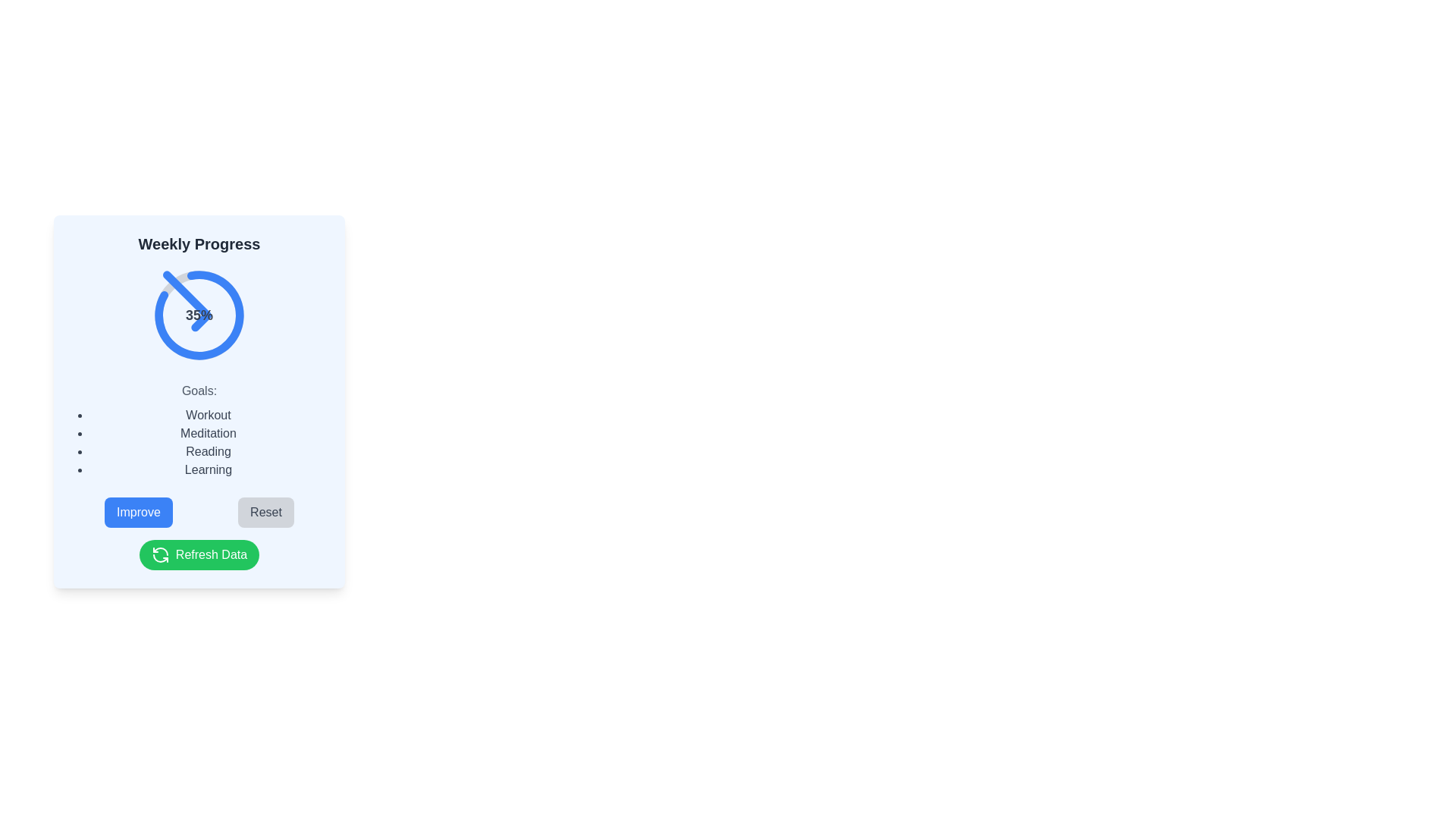  Describe the element at coordinates (207, 415) in the screenshot. I see `the 'Workout' text label, which is the first item in the vertical list under the 'Goals' section in the 'Weekly Progress' panel` at that location.